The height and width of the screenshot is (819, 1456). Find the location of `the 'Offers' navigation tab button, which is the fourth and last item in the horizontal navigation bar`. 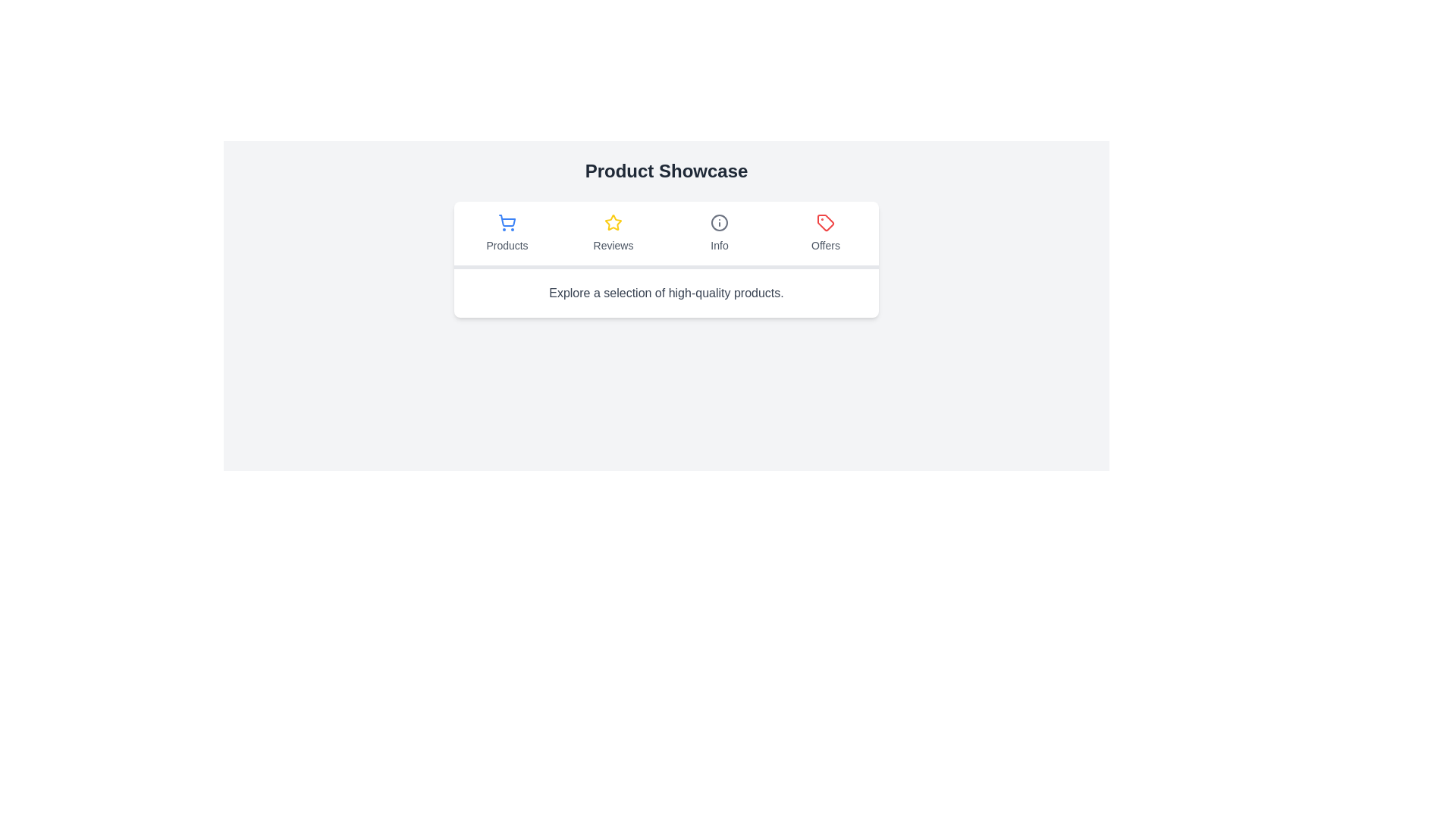

the 'Offers' navigation tab button, which is the fourth and last item in the horizontal navigation bar is located at coordinates (825, 234).